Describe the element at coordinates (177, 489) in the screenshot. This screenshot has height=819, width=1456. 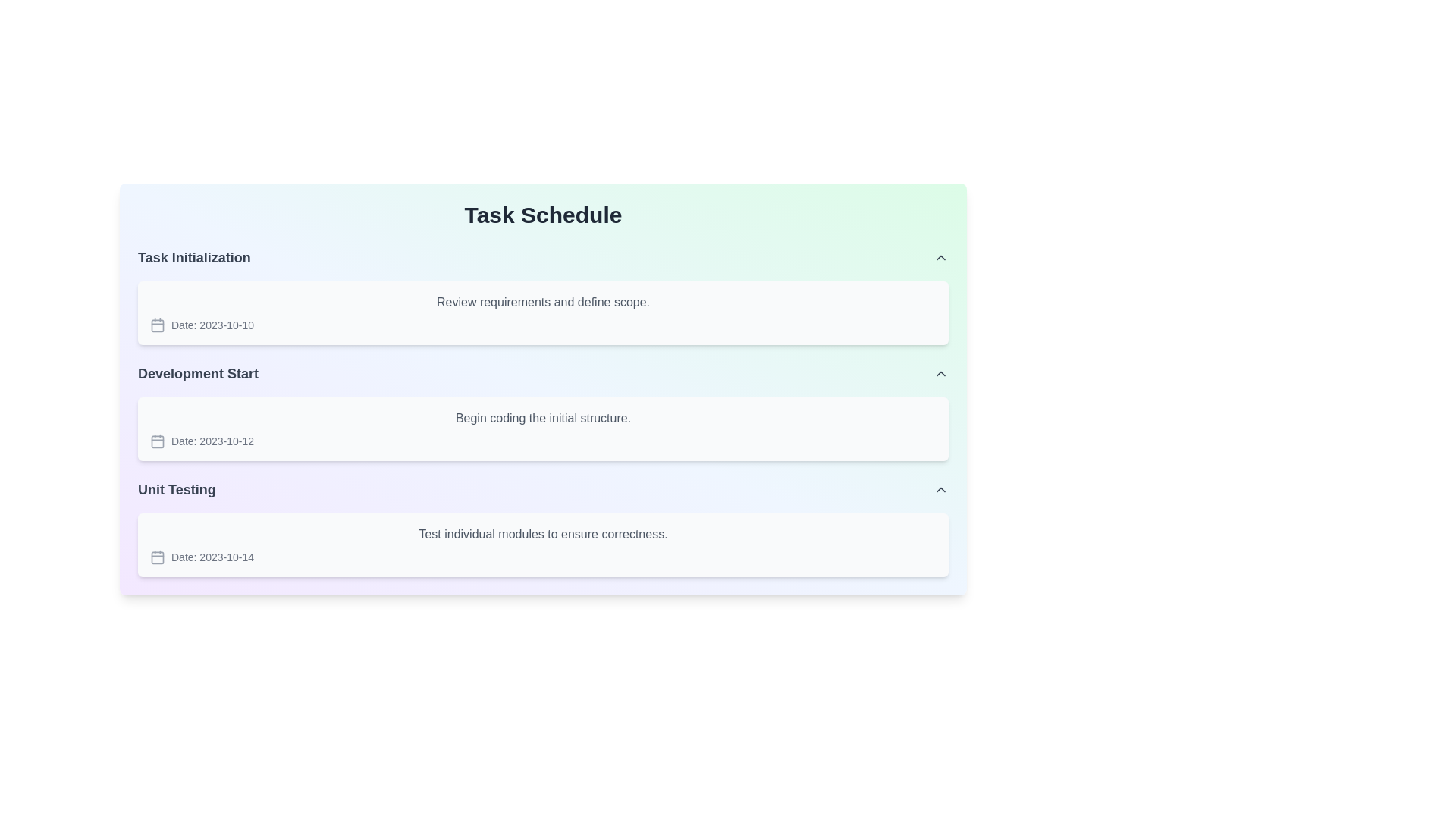
I see `the text label displaying 'Unit Testing' in a bold font style, located in the third group of the structured task schedule interface` at that location.